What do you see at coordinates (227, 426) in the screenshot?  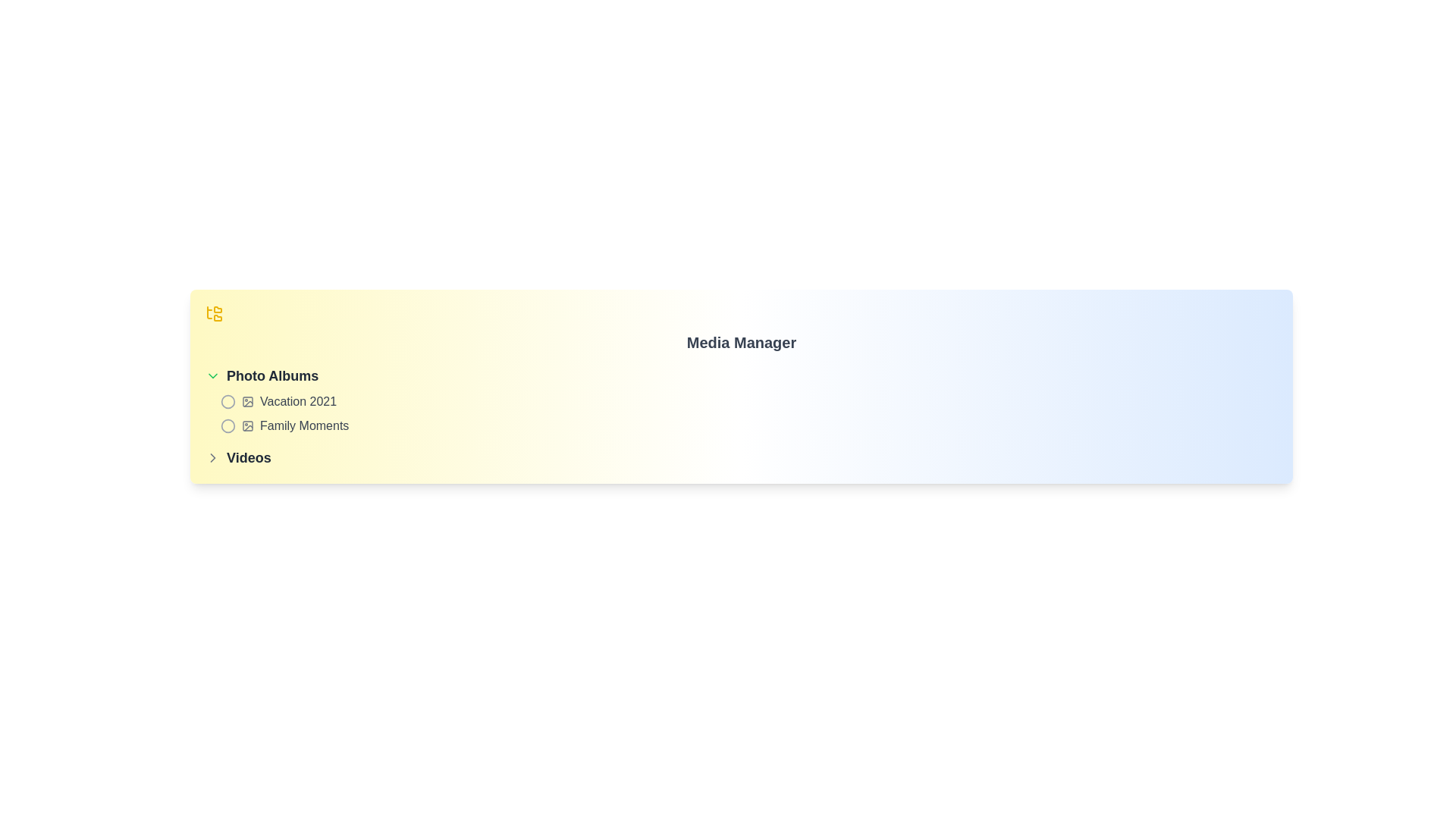 I see `the first radio button indicator associated with the 'Family Moments' option` at bounding box center [227, 426].